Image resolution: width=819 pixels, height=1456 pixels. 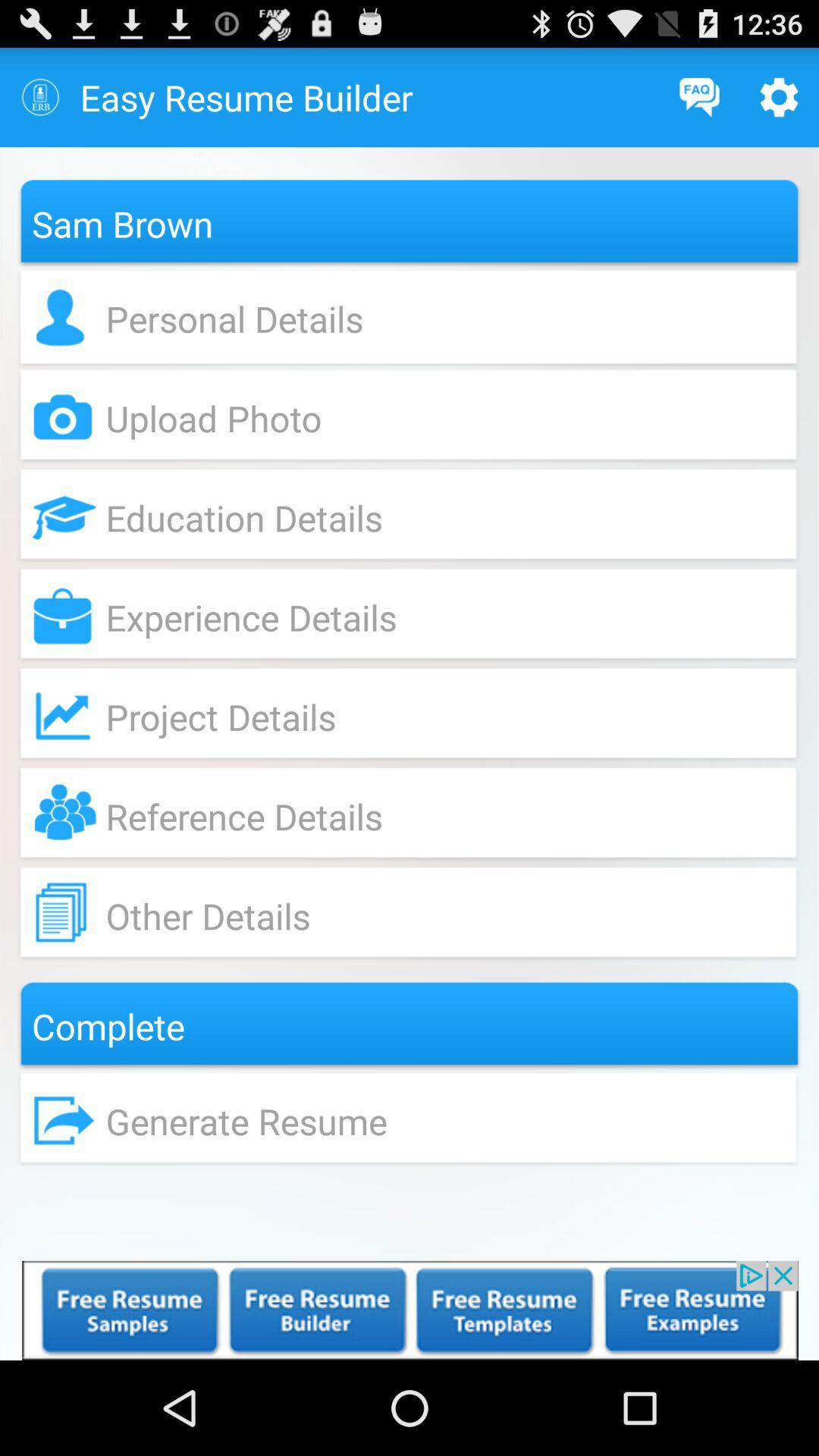 I want to click on display advertisement, so click(x=409, y=1310).